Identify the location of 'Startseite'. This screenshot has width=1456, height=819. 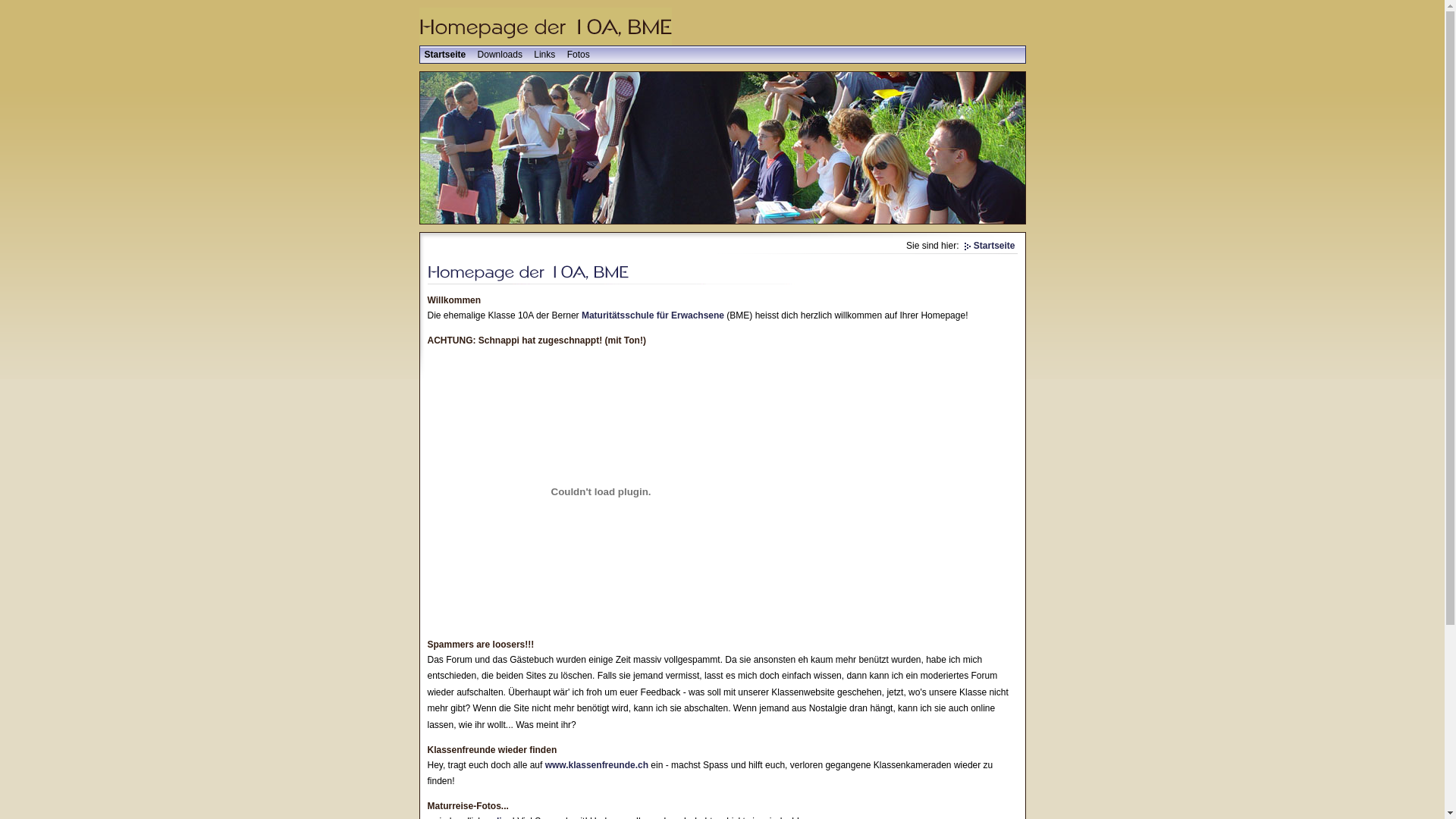
(990, 245).